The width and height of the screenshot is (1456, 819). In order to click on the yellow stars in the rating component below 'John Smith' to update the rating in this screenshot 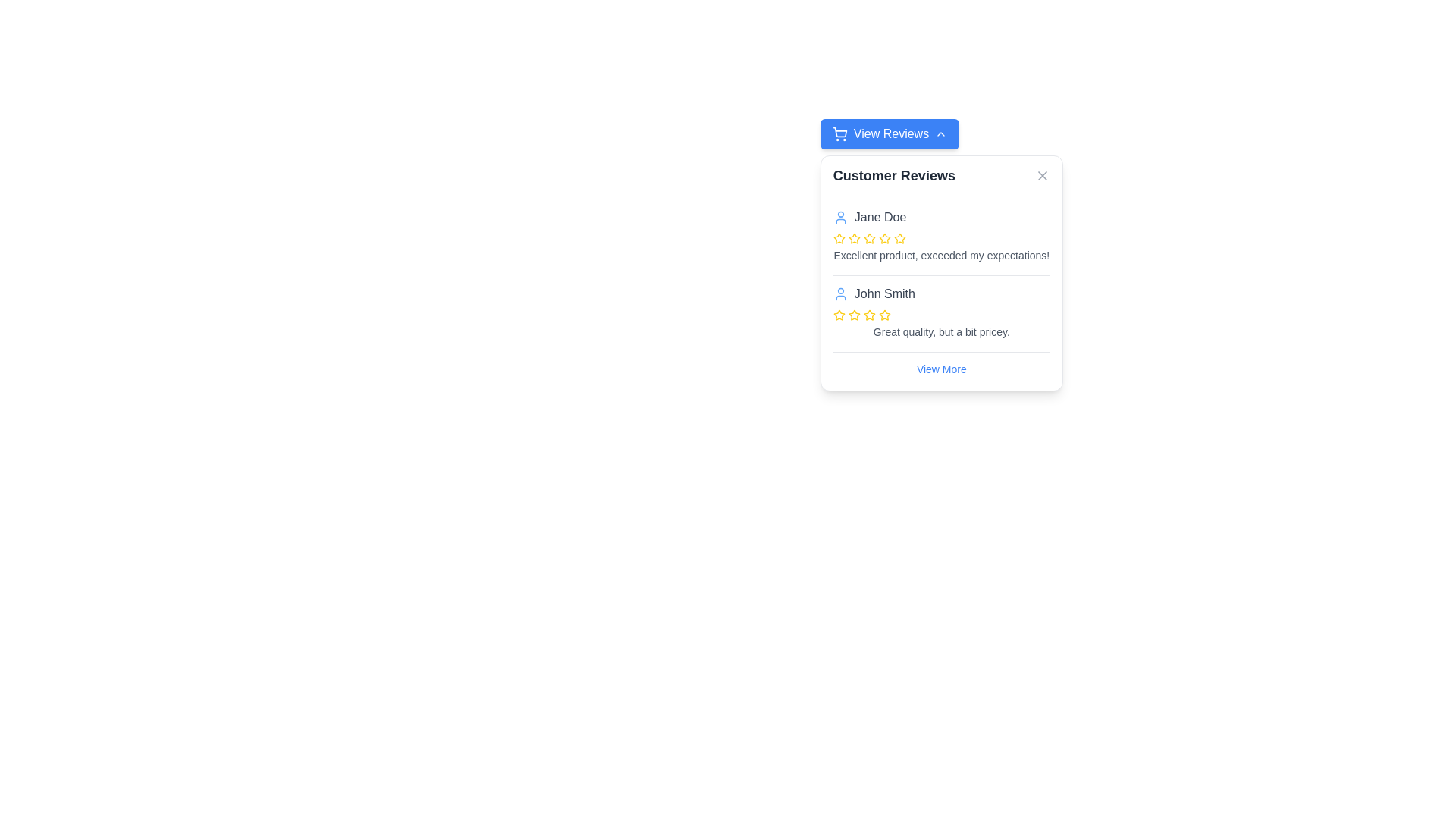, I will do `click(940, 315)`.